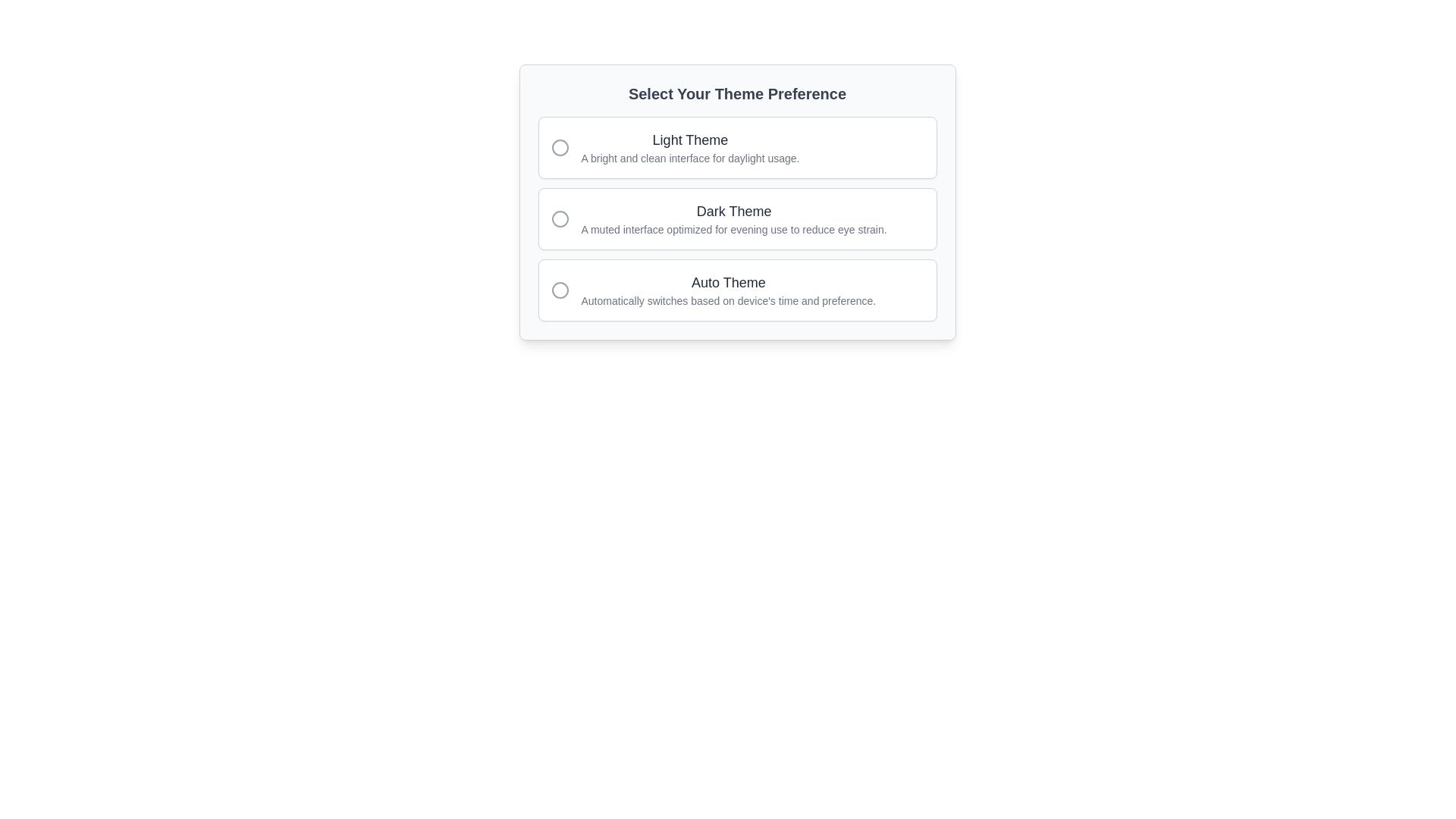  Describe the element at coordinates (559, 148) in the screenshot. I see `the circular graphical component part of the SVG graphic, which serves as a visual marker for the thematic selection options to the left of the 'Light Theme' label` at that location.